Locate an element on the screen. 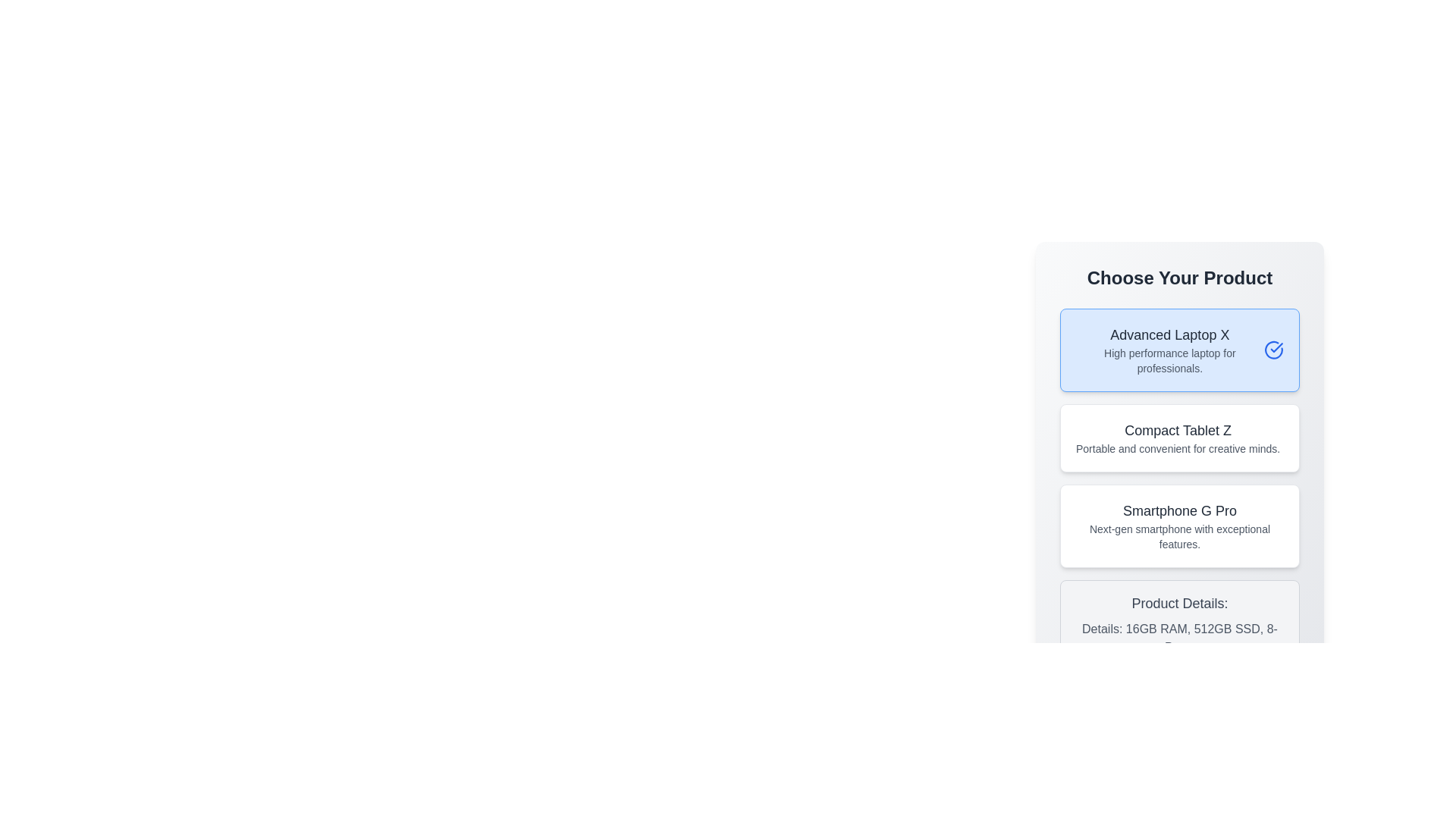 This screenshot has width=1456, height=819. the header text label that serves as a title for the product specifications, located above the descriptive text 'Details: 16GB RAM, 512GB SSD, 8-core Processor.' is located at coordinates (1178, 602).